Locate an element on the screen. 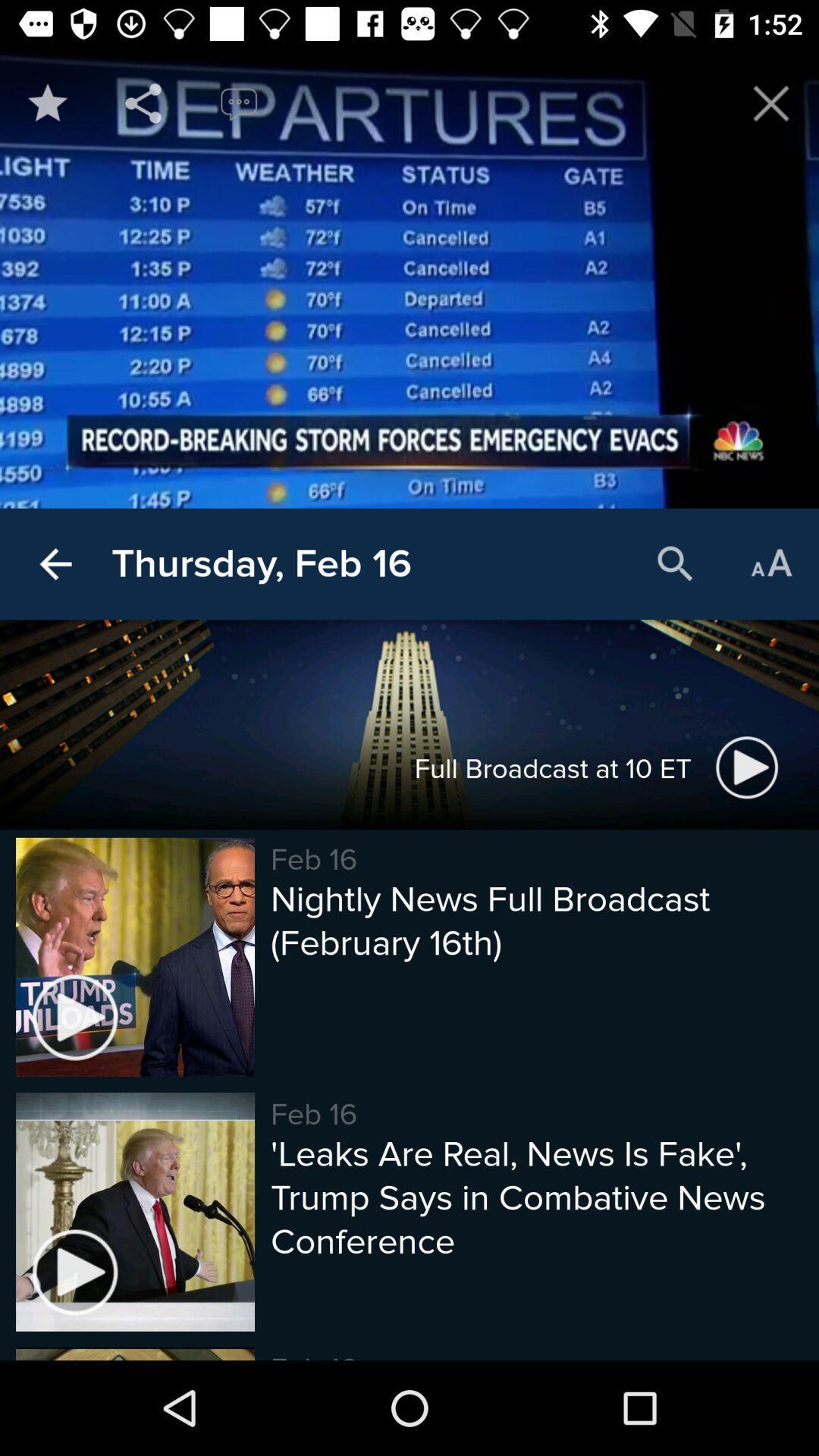 The width and height of the screenshot is (819, 1456). the button on the right next to the share button on the web page is located at coordinates (239, 102).